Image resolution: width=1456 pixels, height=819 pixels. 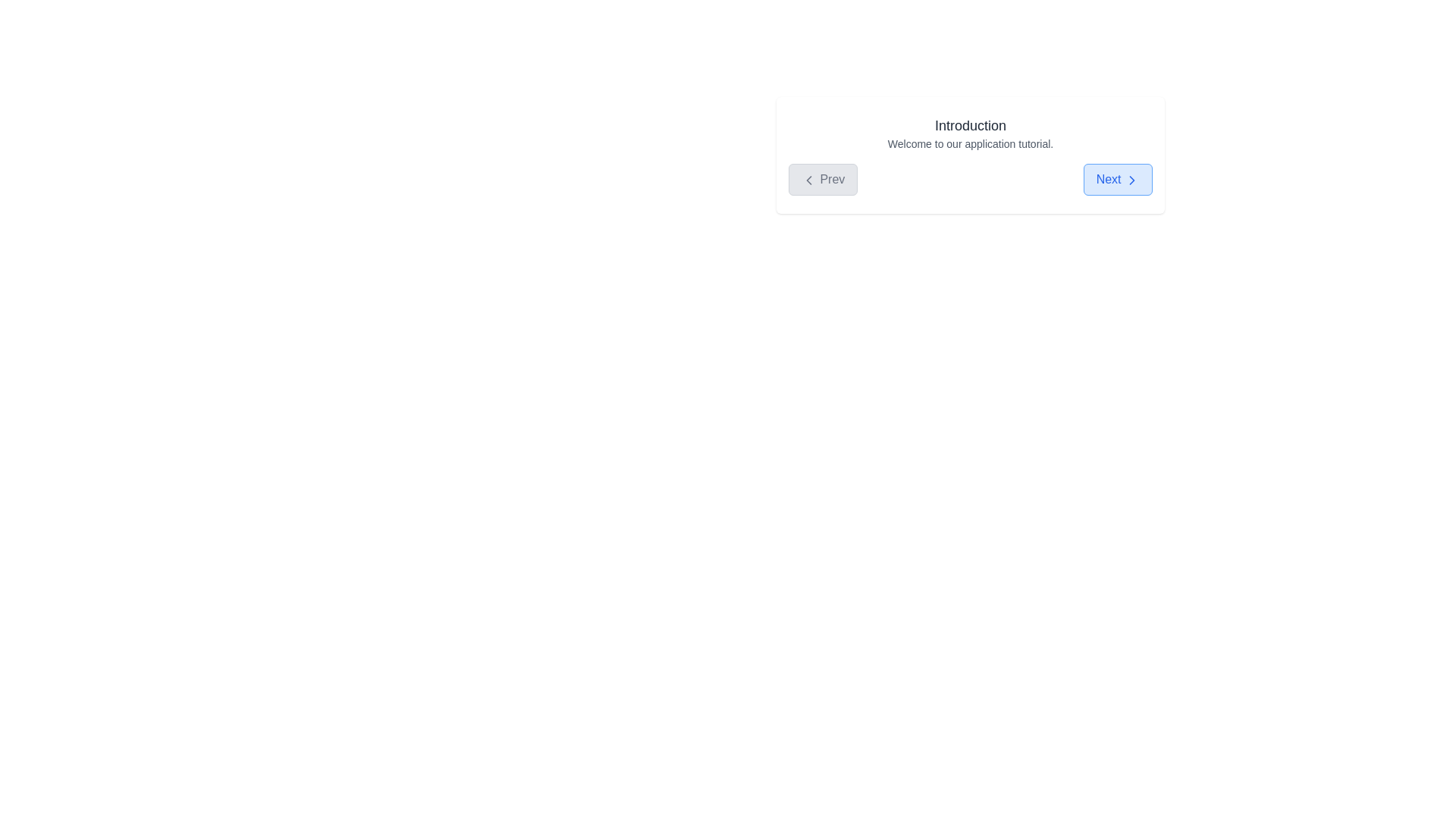 What do you see at coordinates (808, 178) in the screenshot?
I see `the left-pointing chevron icon within the 'Prev' button, which has a light gray background and rounded corners` at bounding box center [808, 178].